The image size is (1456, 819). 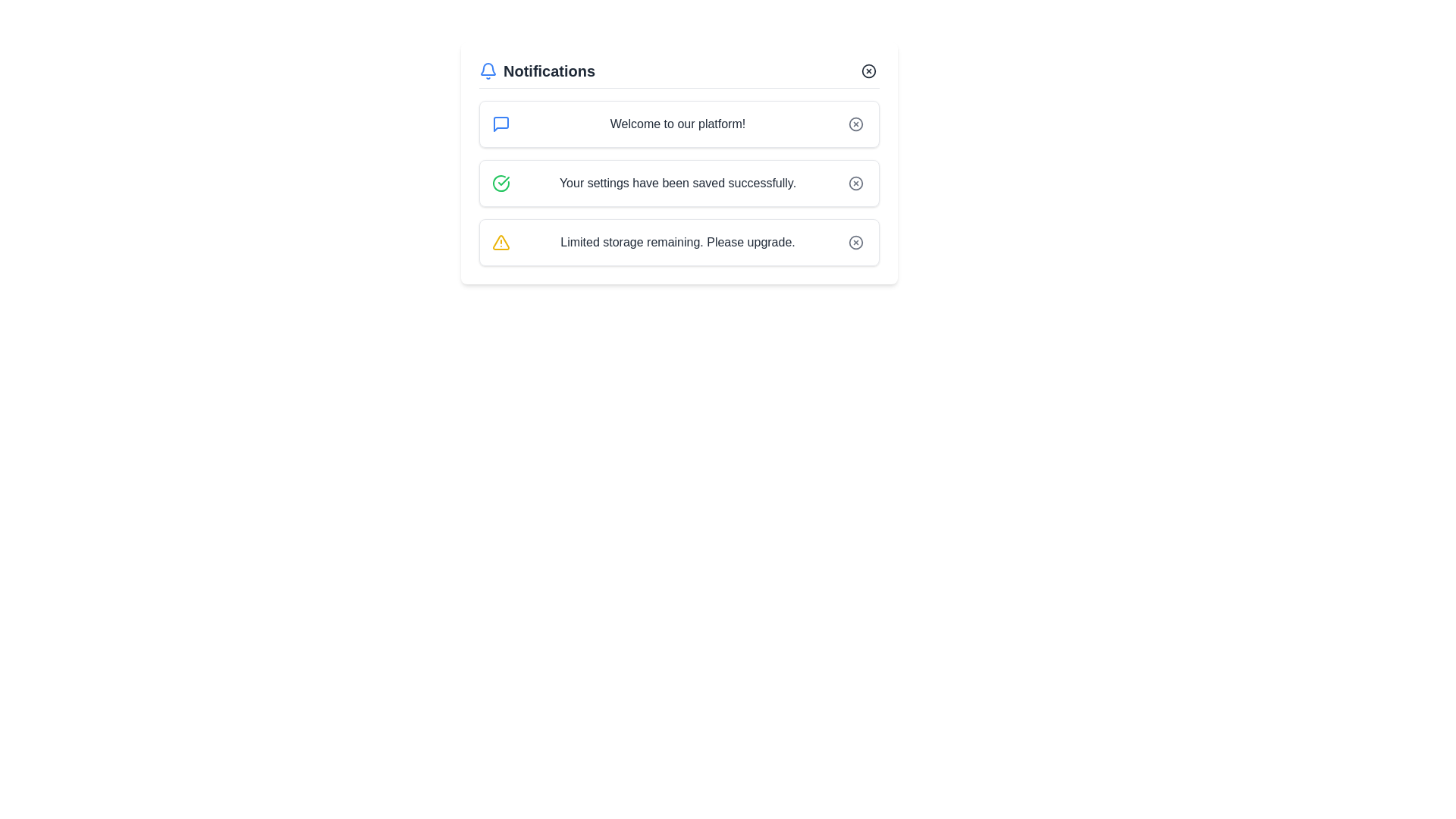 I want to click on the circular close button with a light gray background and dark gray X icon located in the notification section for the message 'Your settings have been saved successfully.', so click(x=855, y=183).